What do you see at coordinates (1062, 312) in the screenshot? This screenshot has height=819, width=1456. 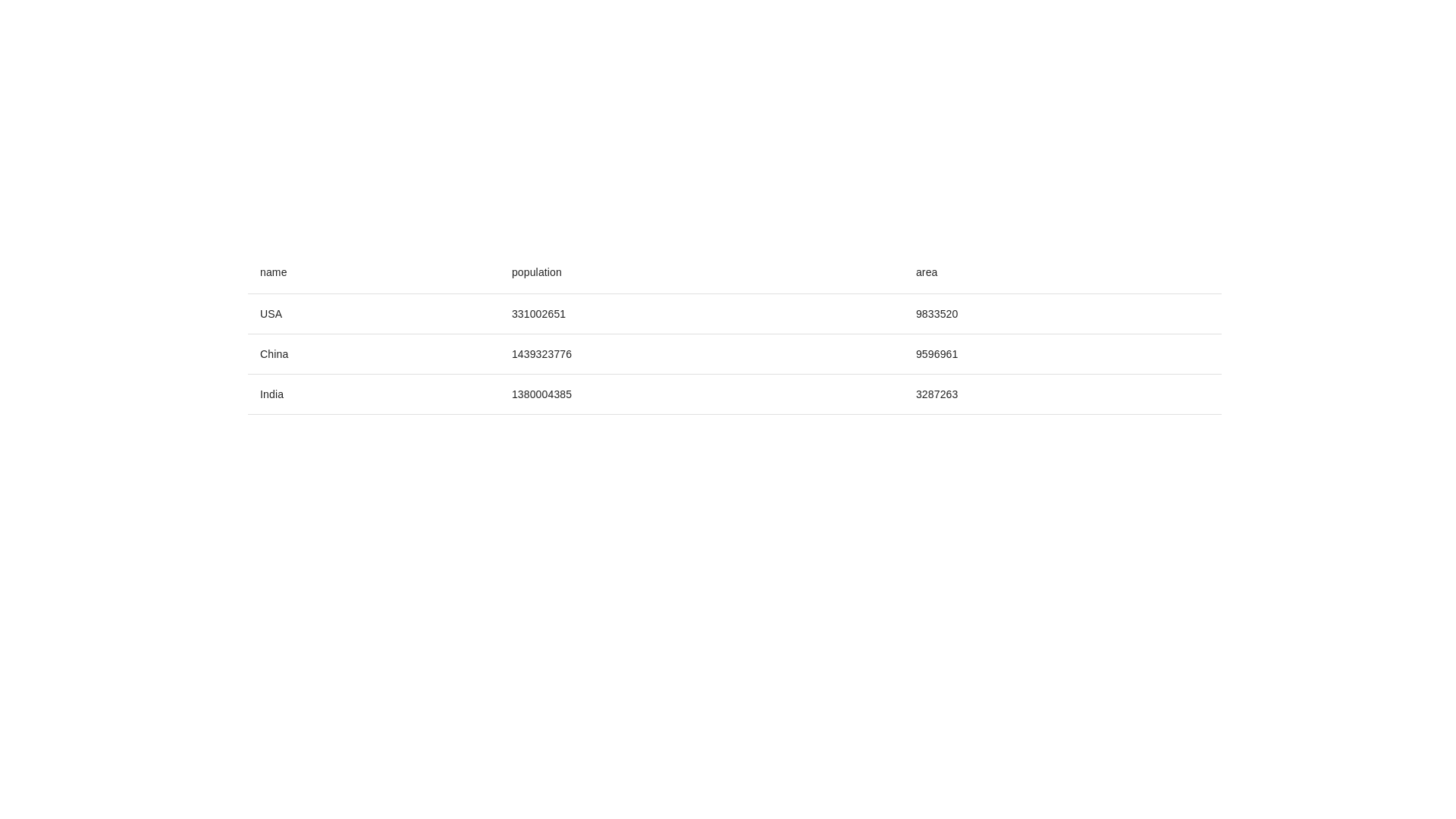 I see `numeric value '9833520' displayed in the third cell of the first data row under the 'area' column associated with the 'USA' entry` at bounding box center [1062, 312].